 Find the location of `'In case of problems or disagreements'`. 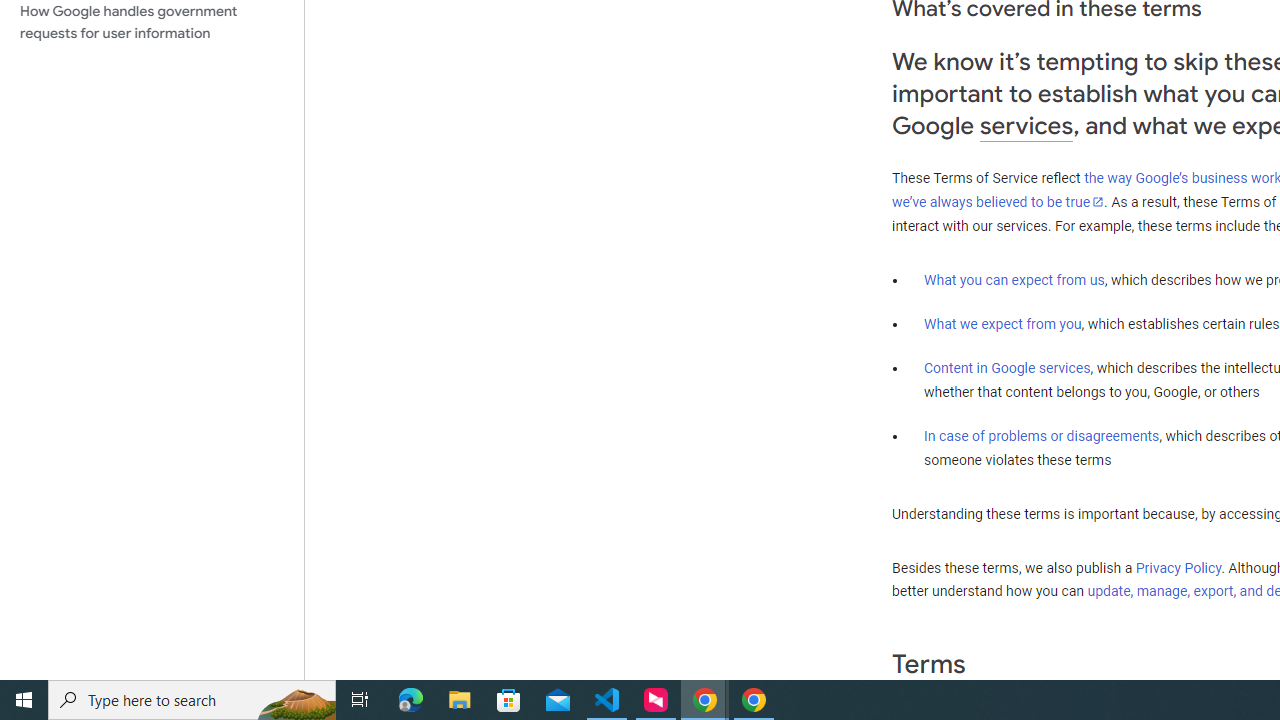

'In case of problems or disagreements' is located at coordinates (1040, 434).